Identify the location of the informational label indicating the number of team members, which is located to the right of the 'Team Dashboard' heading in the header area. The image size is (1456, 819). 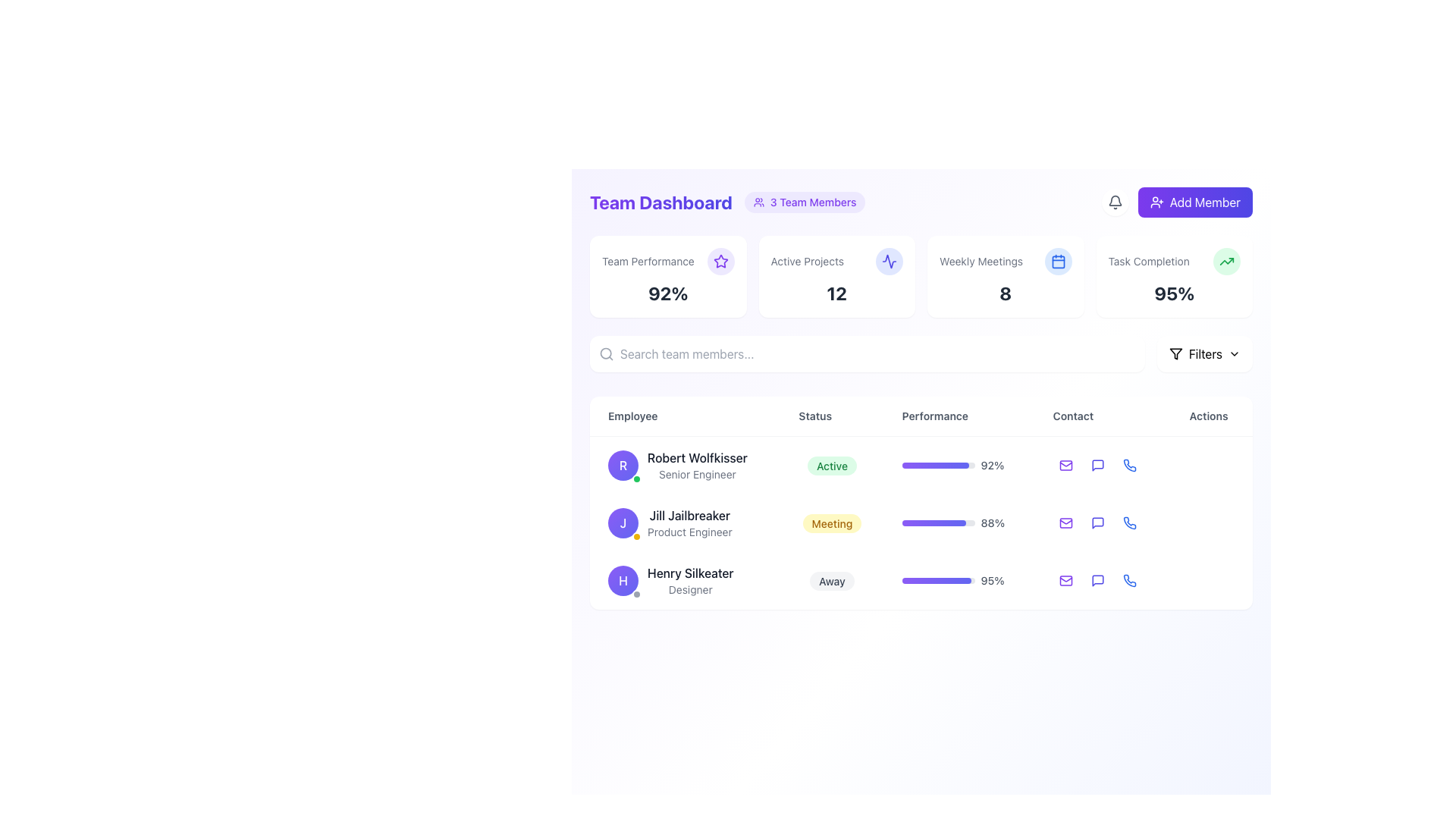
(804, 201).